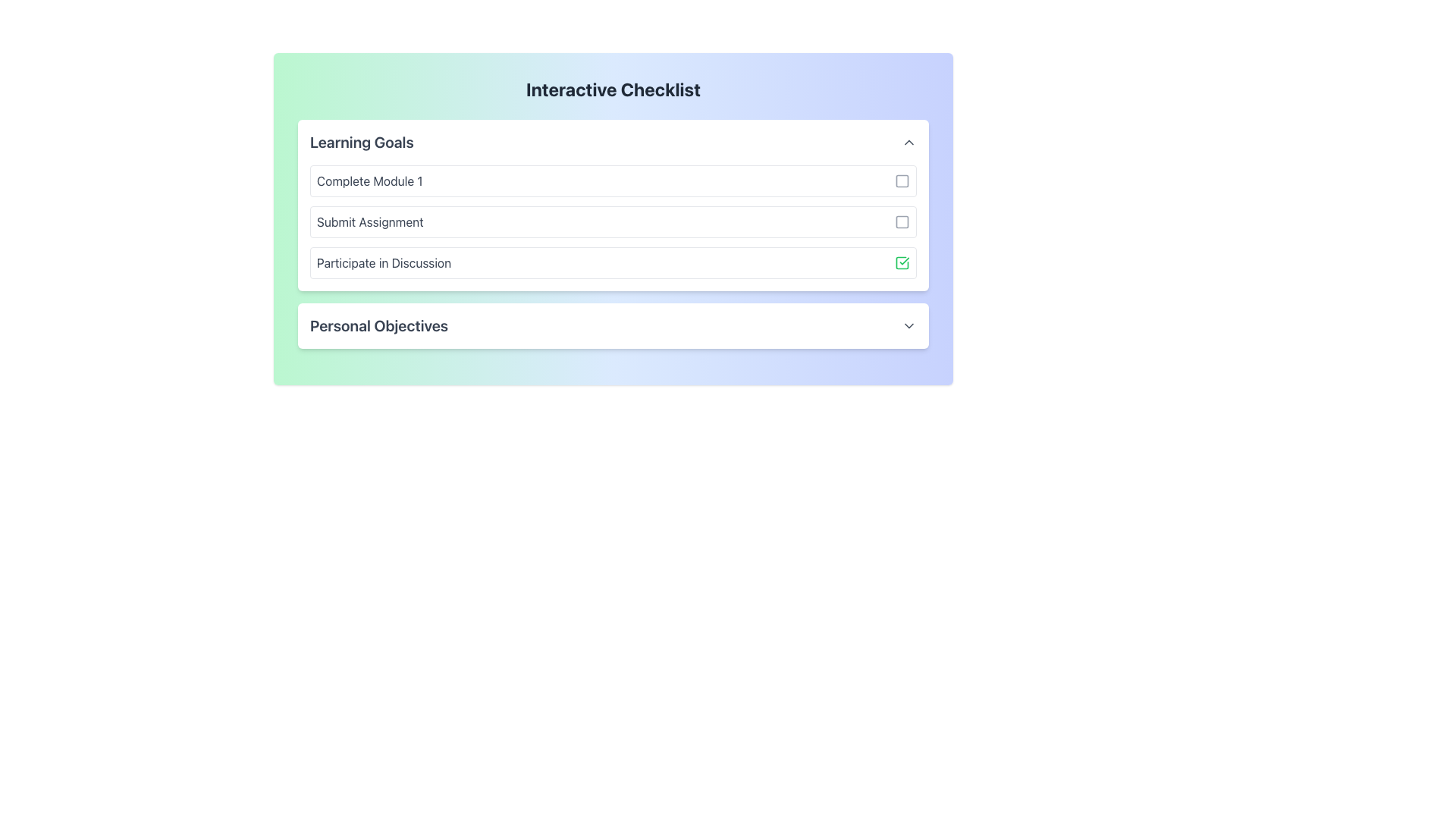 The width and height of the screenshot is (1456, 819). I want to click on the Text Label indicating an assignment-related task in the second row of the 'Learning Goals' checklist, which is located between 'Complete Module 1' and 'Participate in Discussion', so click(370, 222).